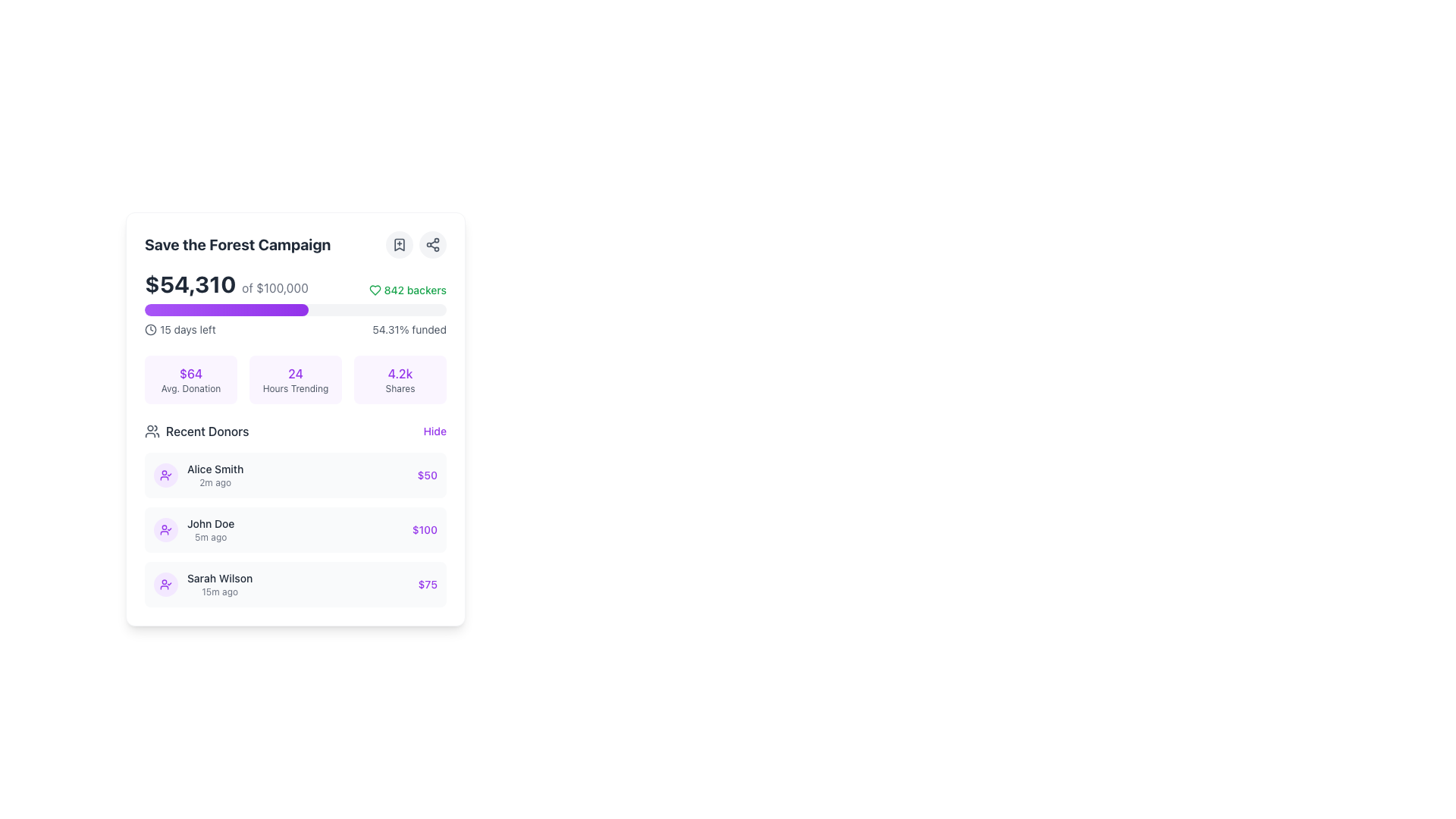 This screenshot has height=819, width=1456. I want to click on the green heart-shaped icon located to the left of the text '842 backers' in the upper-right area of the card, so click(375, 290).